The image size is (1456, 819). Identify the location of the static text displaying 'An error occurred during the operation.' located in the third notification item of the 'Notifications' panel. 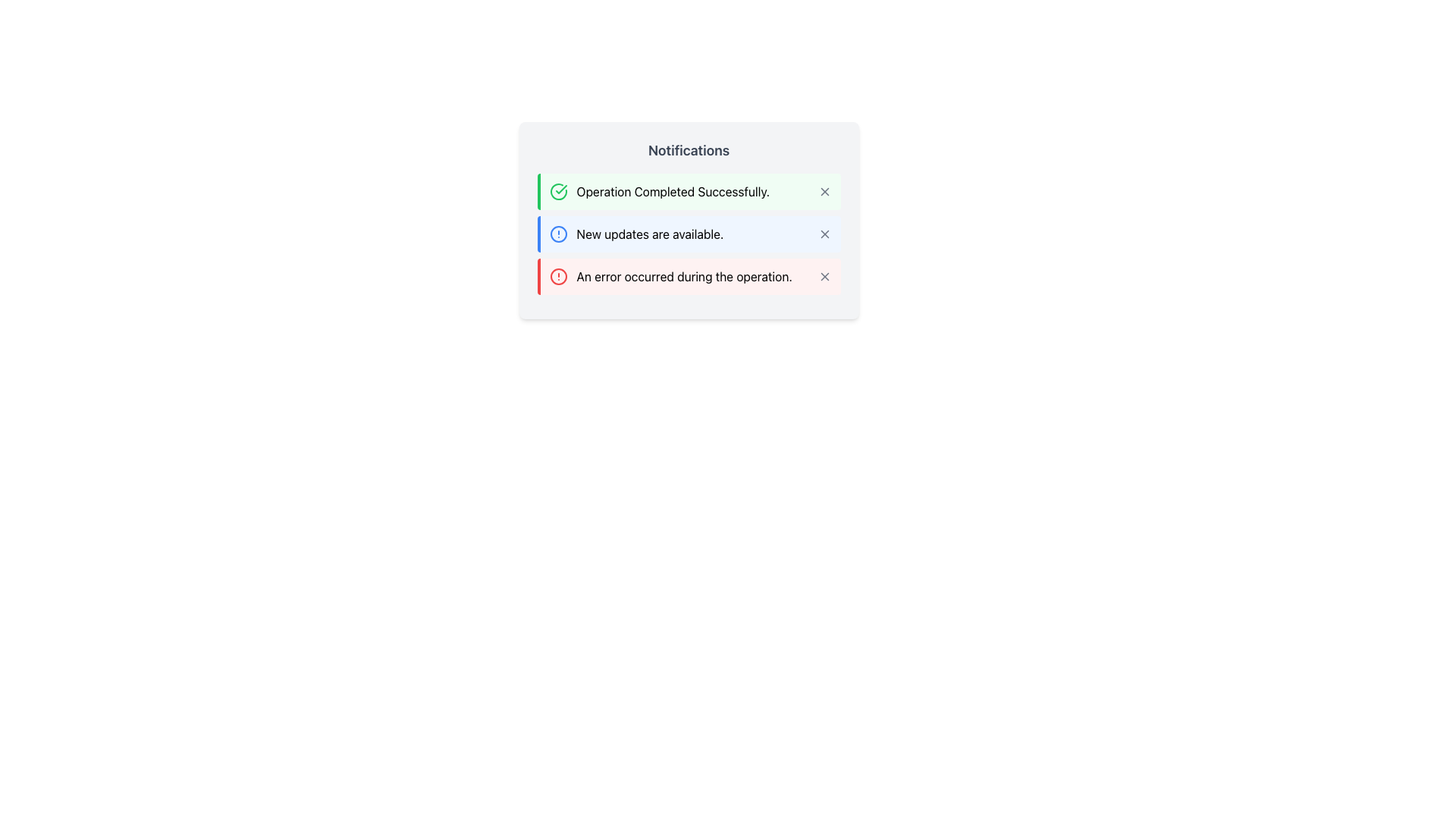
(683, 277).